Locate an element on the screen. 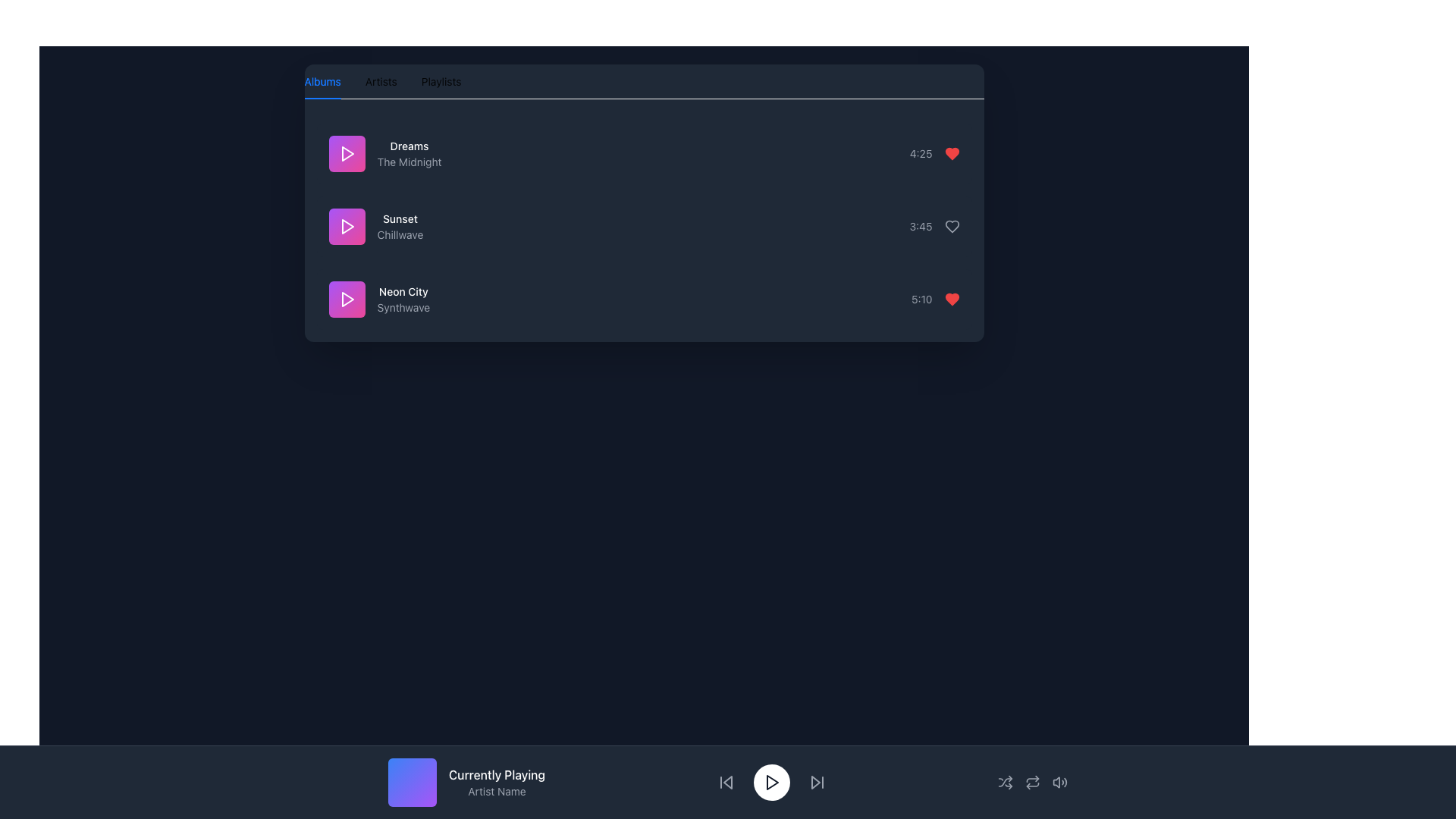  the text label displaying the song title 'Dreams' in the music list, which is positioned above the subtitle 'The Midnight' is located at coordinates (409, 146).